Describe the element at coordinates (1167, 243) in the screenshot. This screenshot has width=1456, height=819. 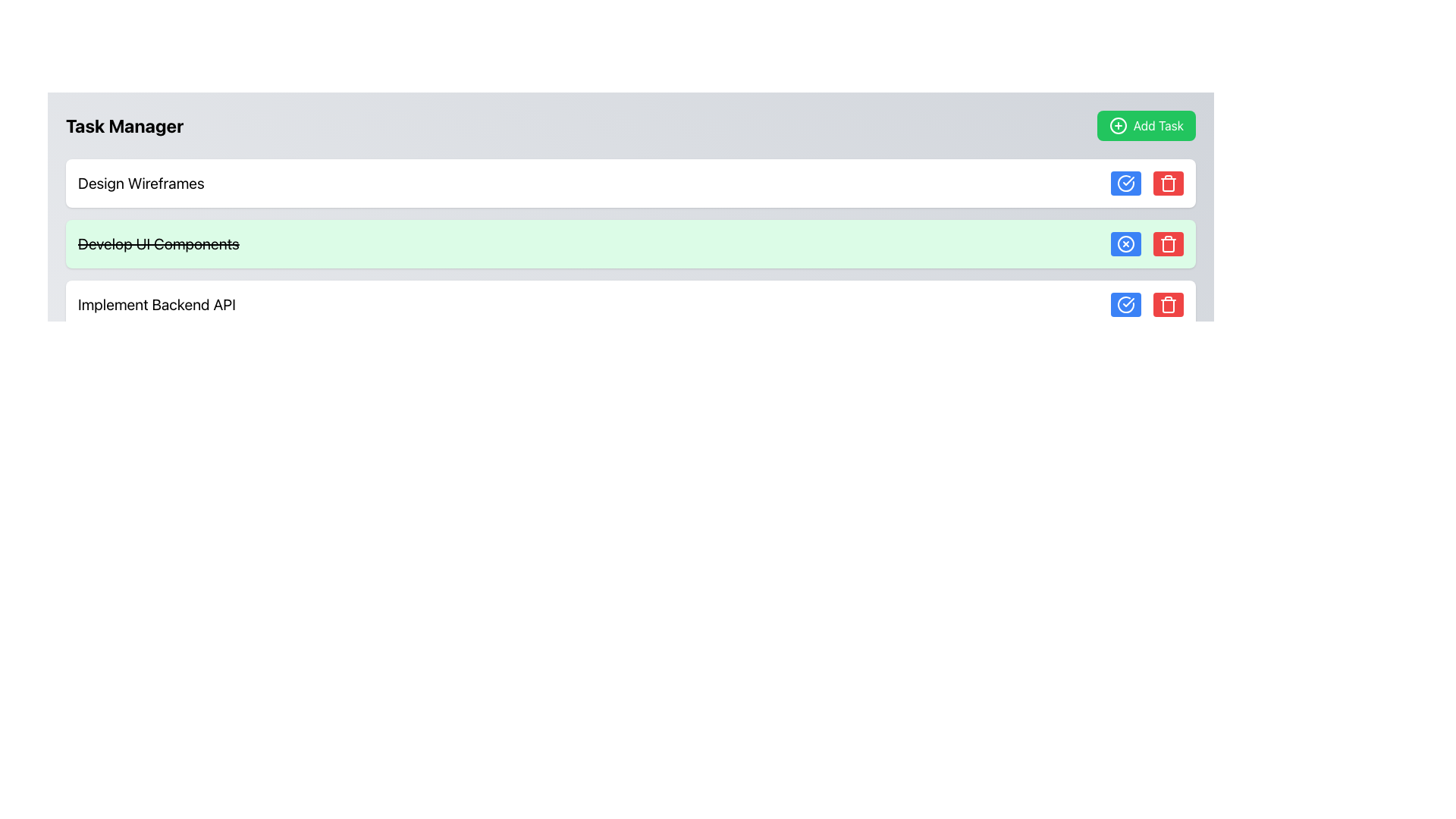
I see `the delete button located on the rightmost side of the second task row labeled 'Develop UI Components'` at that location.